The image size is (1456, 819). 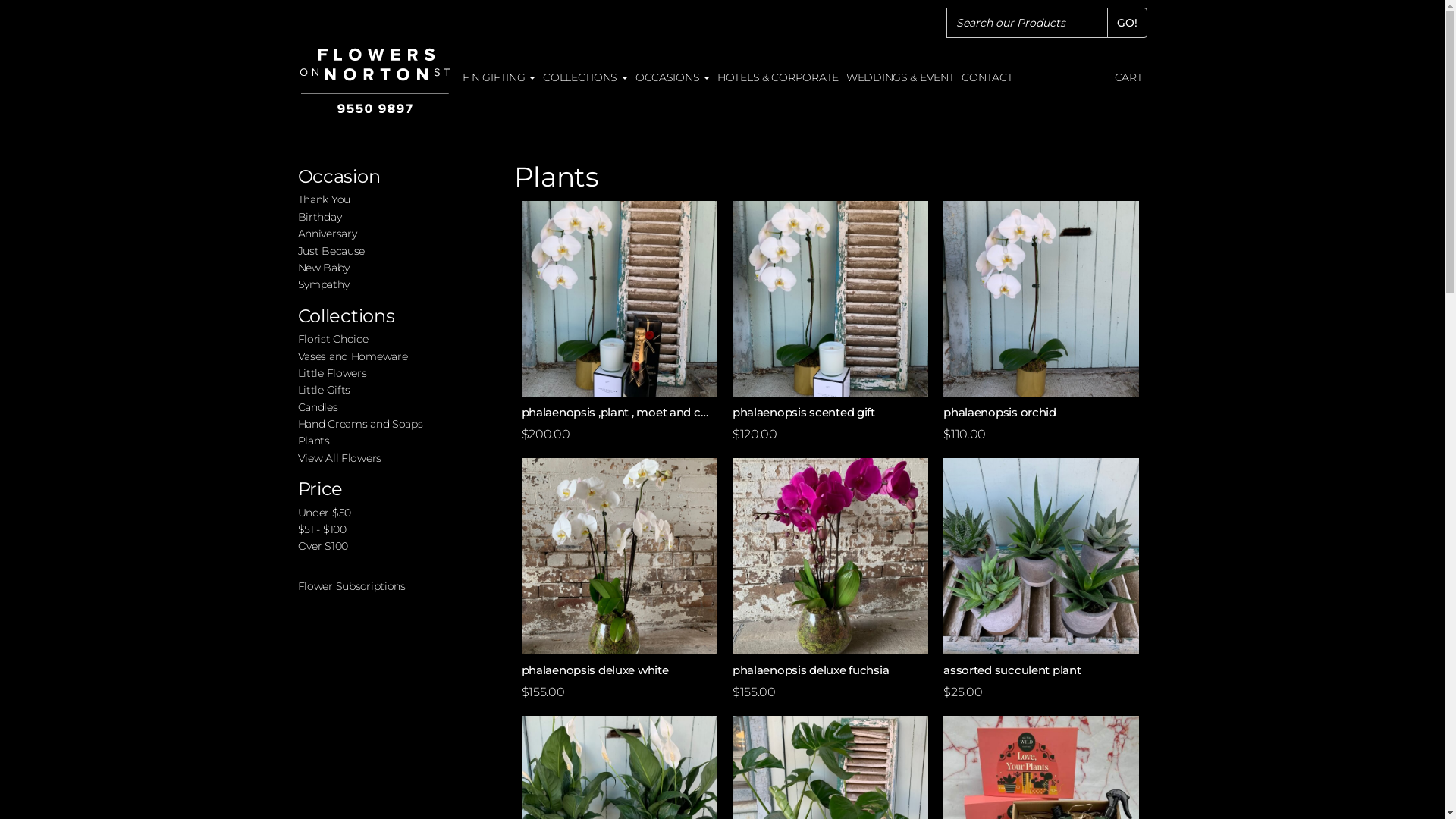 What do you see at coordinates (316, 406) in the screenshot?
I see `'Candles'` at bounding box center [316, 406].